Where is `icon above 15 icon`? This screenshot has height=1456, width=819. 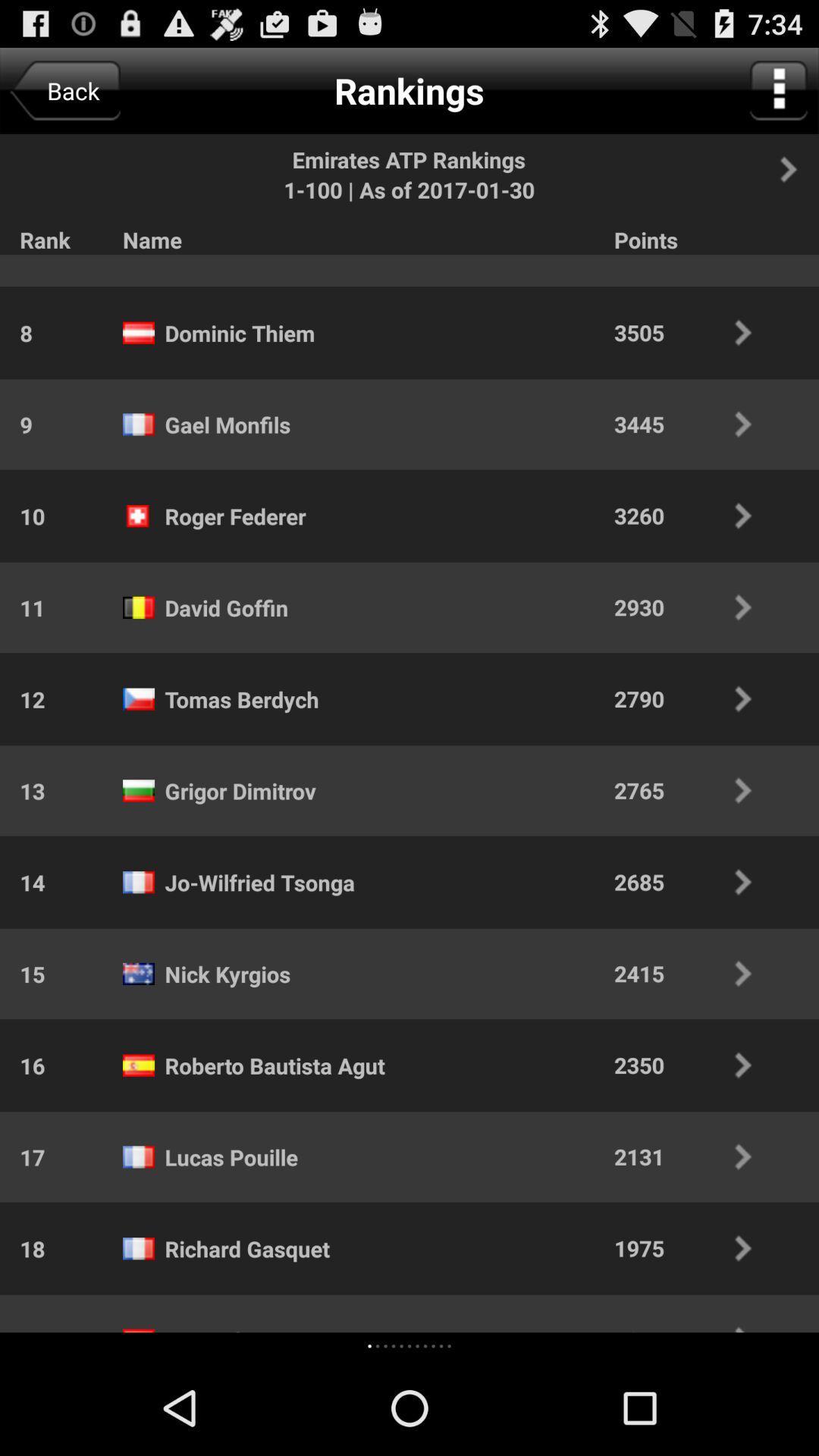
icon above 15 icon is located at coordinates (22, 882).